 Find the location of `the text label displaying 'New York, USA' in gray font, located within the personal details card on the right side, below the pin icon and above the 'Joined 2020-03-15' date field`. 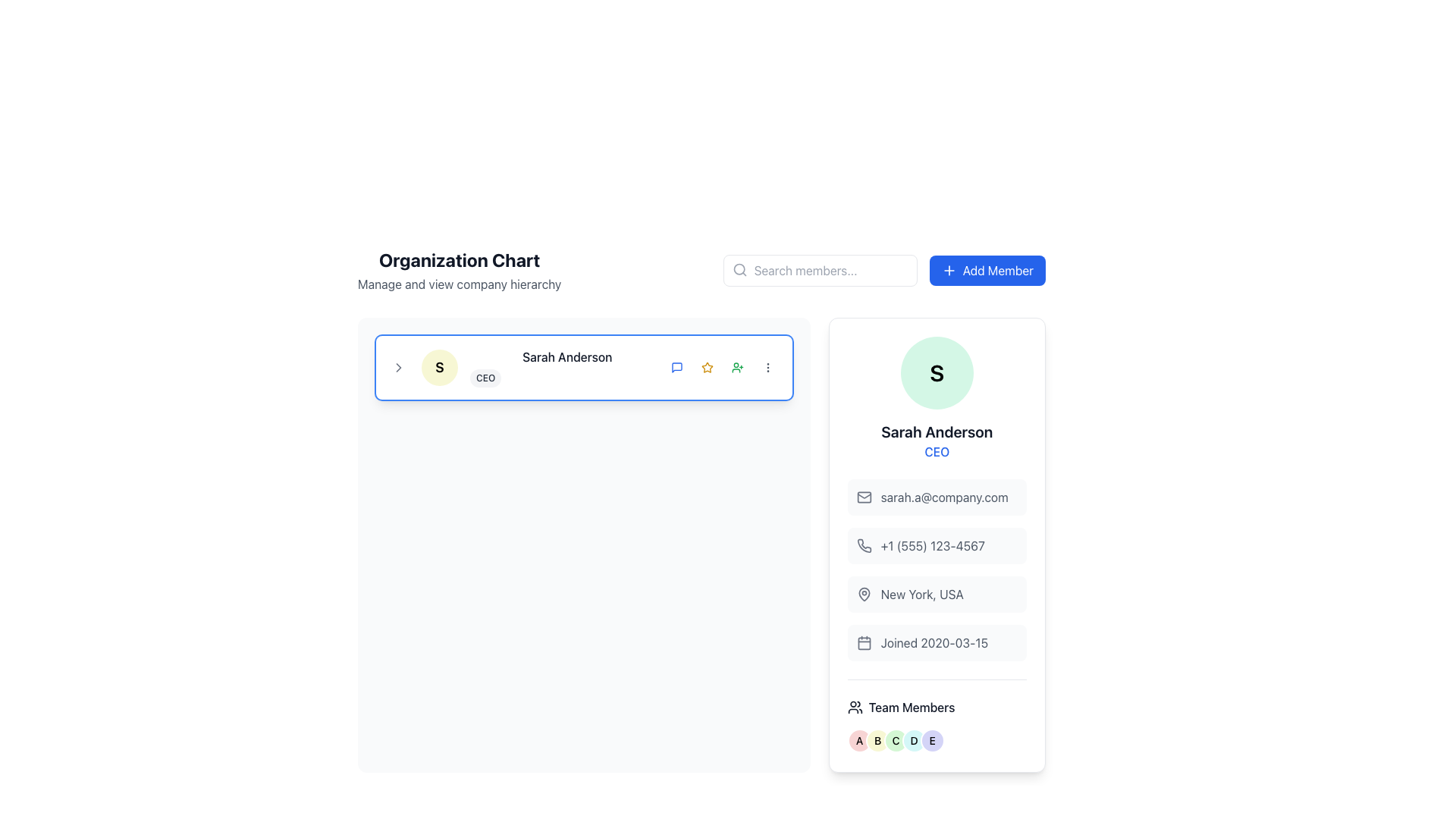

the text label displaying 'New York, USA' in gray font, located within the personal details card on the right side, below the pin icon and above the 'Joined 2020-03-15' date field is located at coordinates (921, 593).